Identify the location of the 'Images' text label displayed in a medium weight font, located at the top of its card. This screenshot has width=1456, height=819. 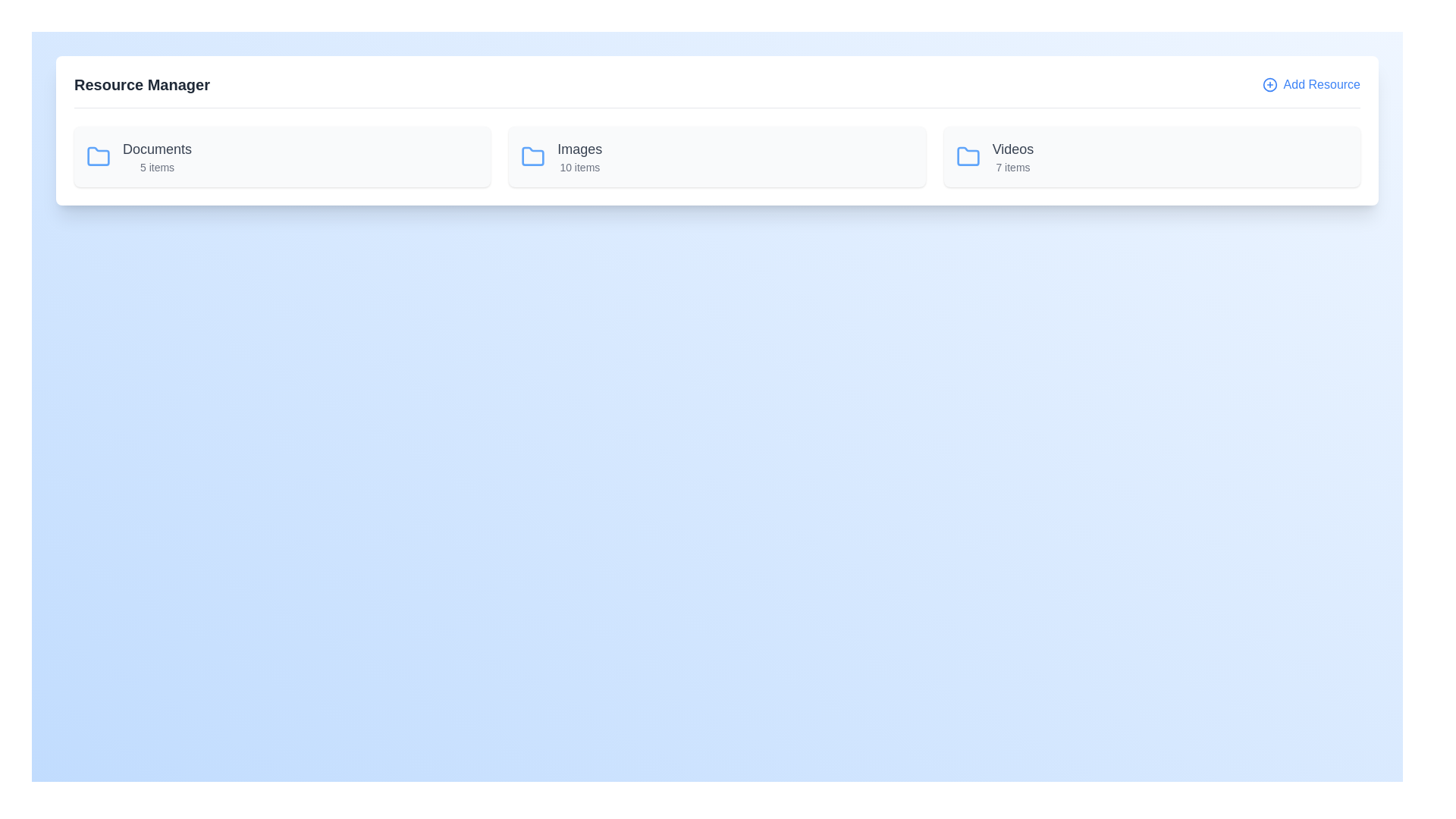
(579, 149).